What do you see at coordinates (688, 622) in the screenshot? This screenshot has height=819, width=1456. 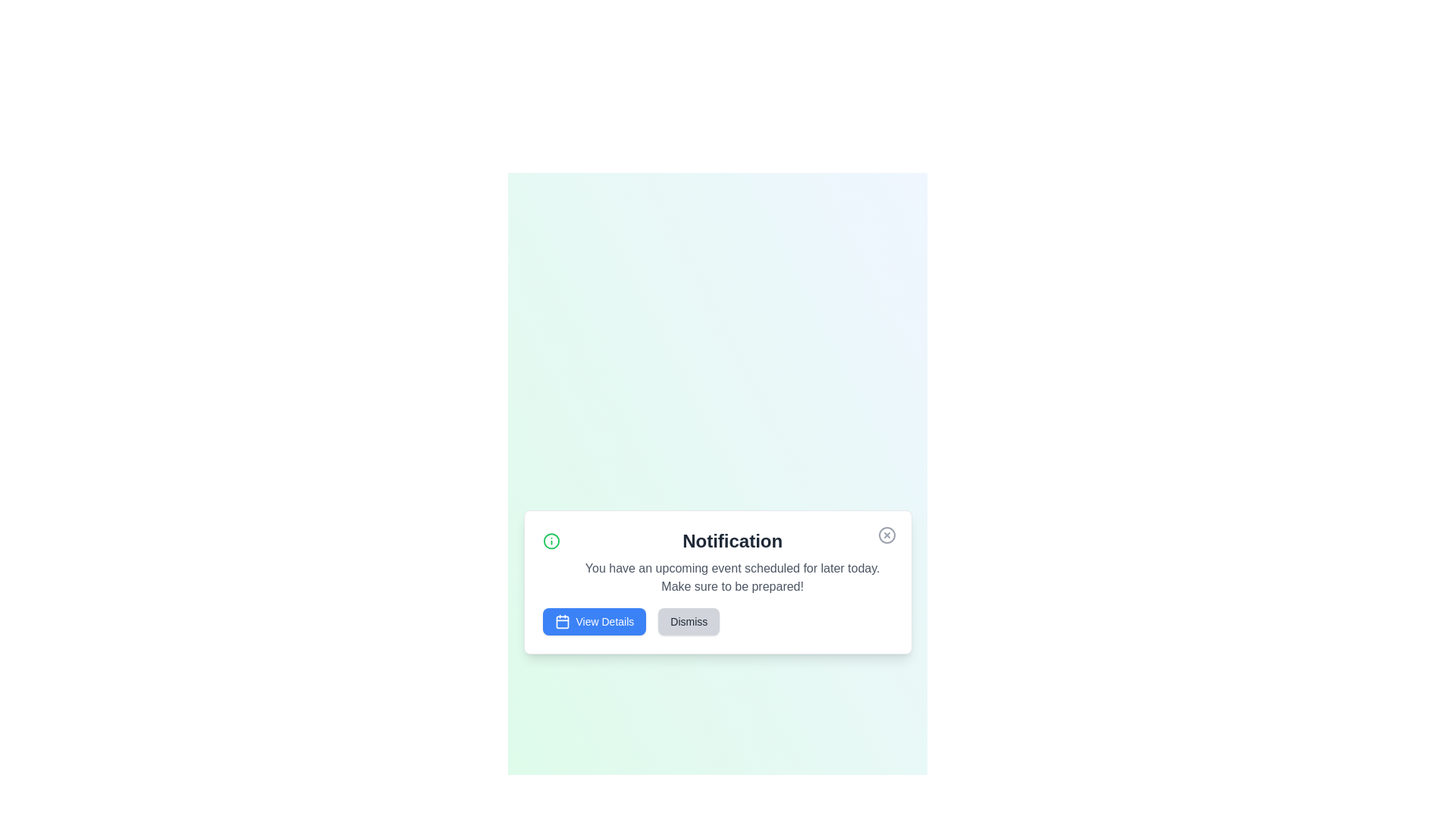 I see `the 'Dismiss' button to close the alert panel` at bounding box center [688, 622].